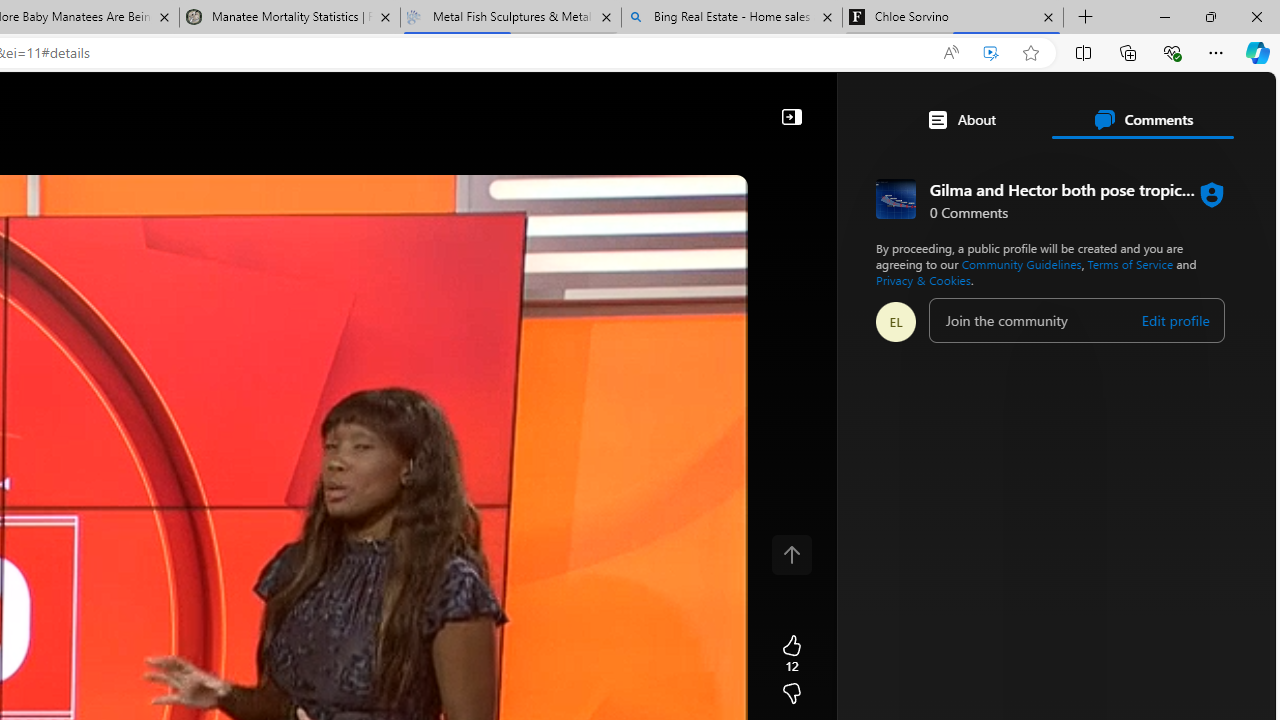 Image resolution: width=1280 pixels, height=720 pixels. I want to click on 'comment-box', so click(1076, 319).